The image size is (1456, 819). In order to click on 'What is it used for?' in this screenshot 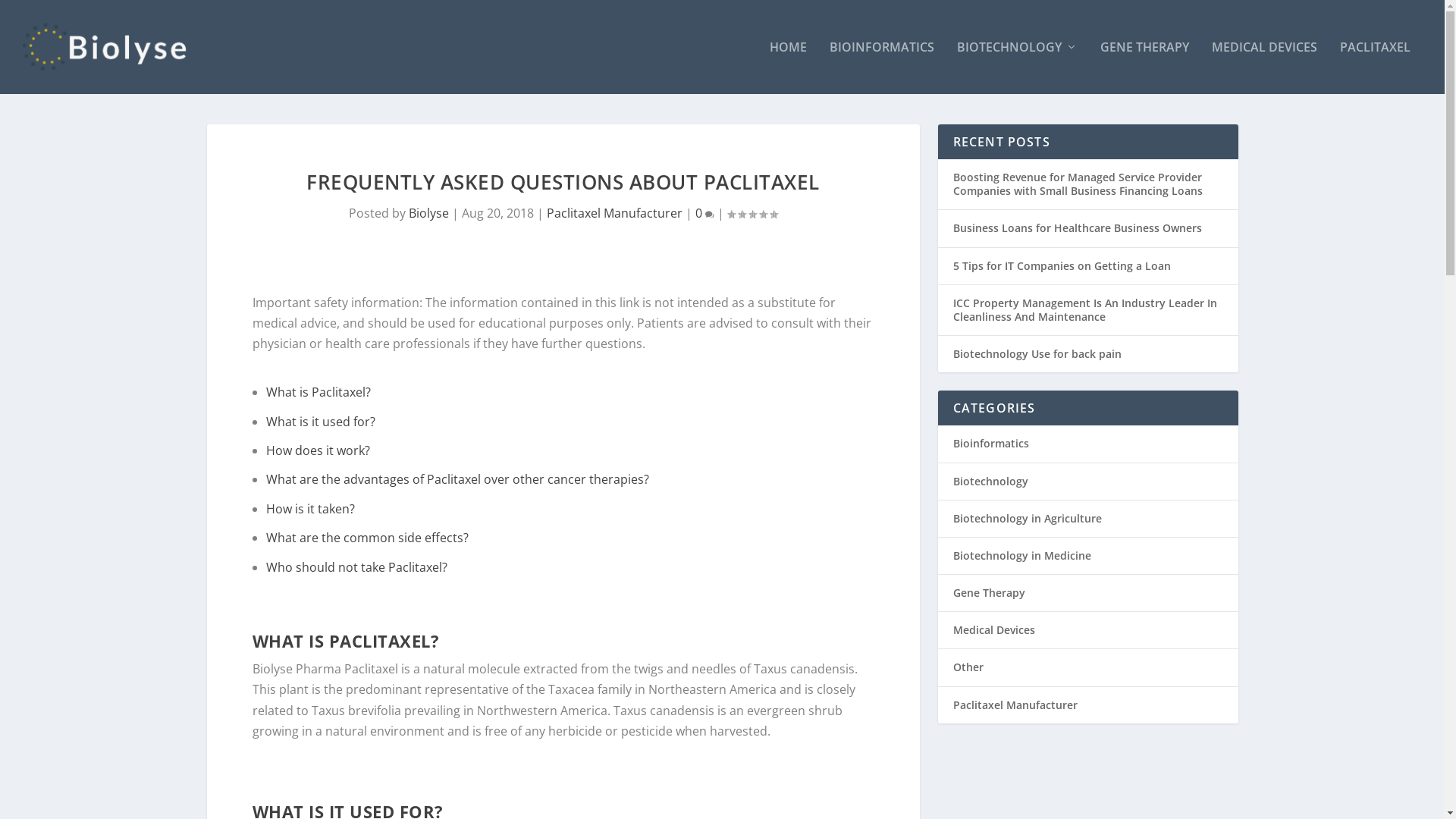, I will do `click(319, 421)`.